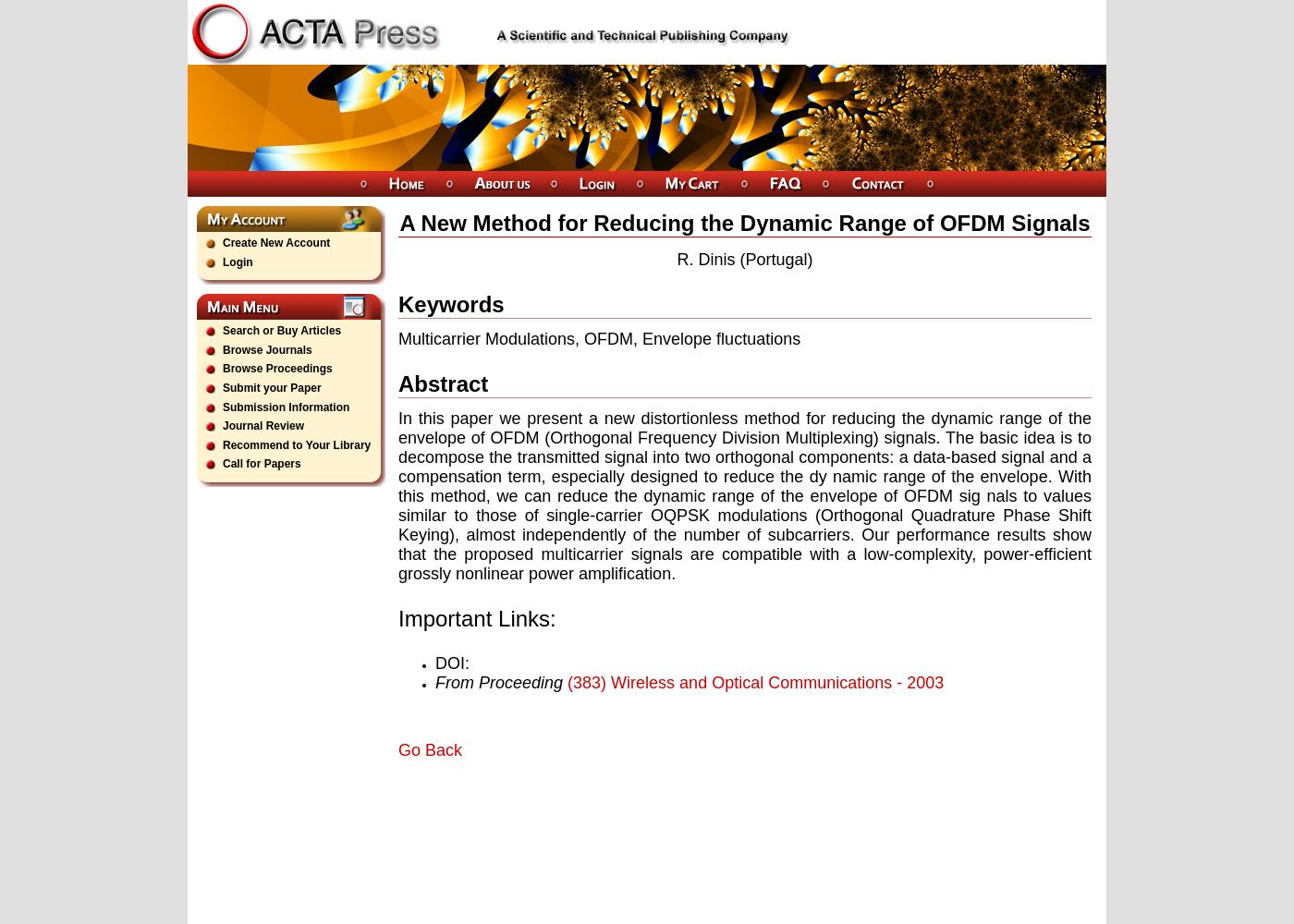  Describe the element at coordinates (477, 617) in the screenshot. I see `'Important Links:'` at that location.